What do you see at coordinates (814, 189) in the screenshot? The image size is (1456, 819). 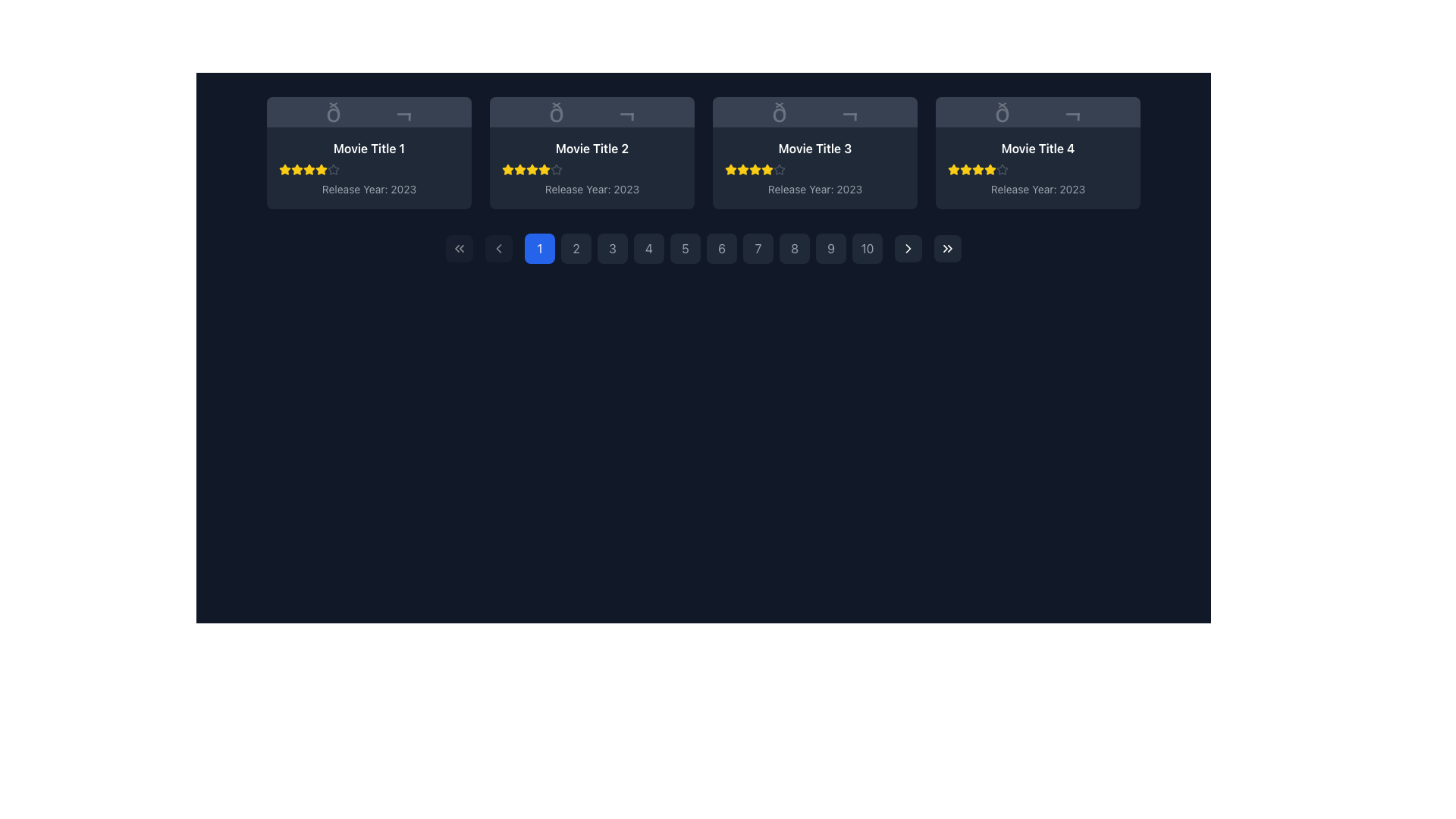 I see `the text label displaying the release year of the movie within the 'Movie Title 3' card, which is positioned at the bottom of the card following the star rating section` at bounding box center [814, 189].